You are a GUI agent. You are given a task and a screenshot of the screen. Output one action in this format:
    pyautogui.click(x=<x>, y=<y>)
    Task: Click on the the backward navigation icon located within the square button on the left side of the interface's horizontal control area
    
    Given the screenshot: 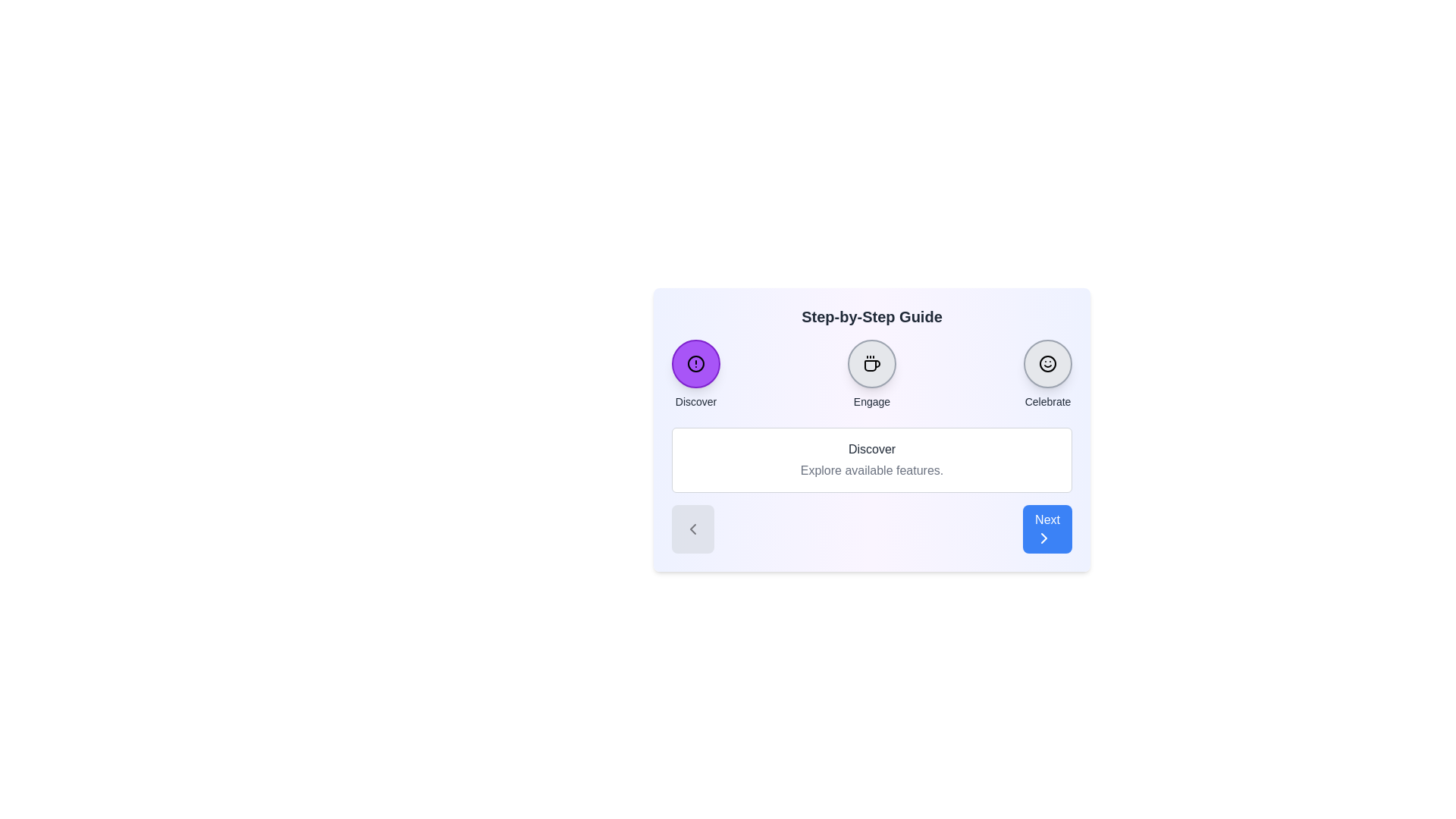 What is the action you would take?
    pyautogui.click(x=692, y=529)
    